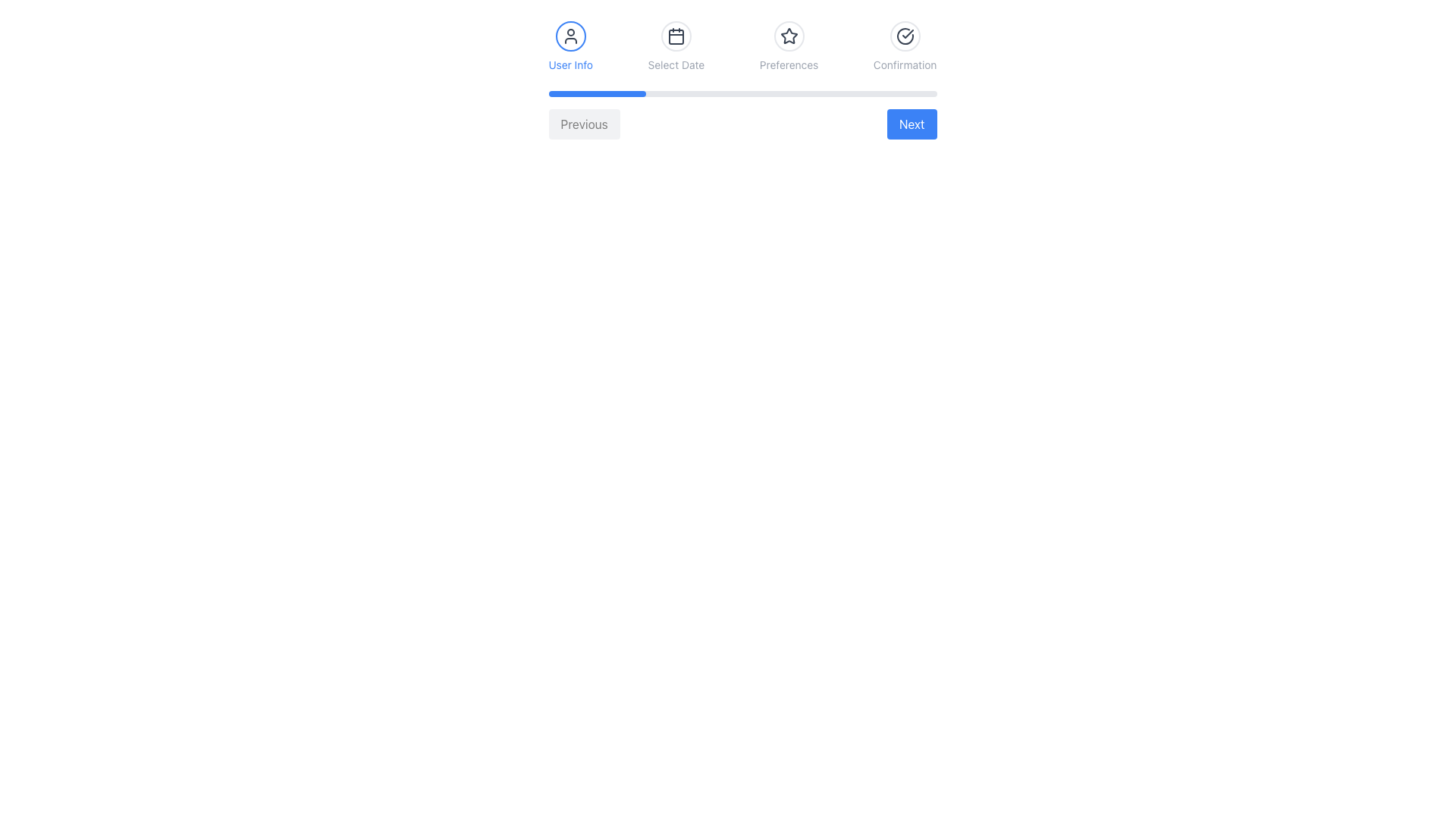  I want to click on the Progress bar segment that visually represents the user's progress in a multi-step process, which is filled to 25 percent of its maximum width, so click(596, 93).